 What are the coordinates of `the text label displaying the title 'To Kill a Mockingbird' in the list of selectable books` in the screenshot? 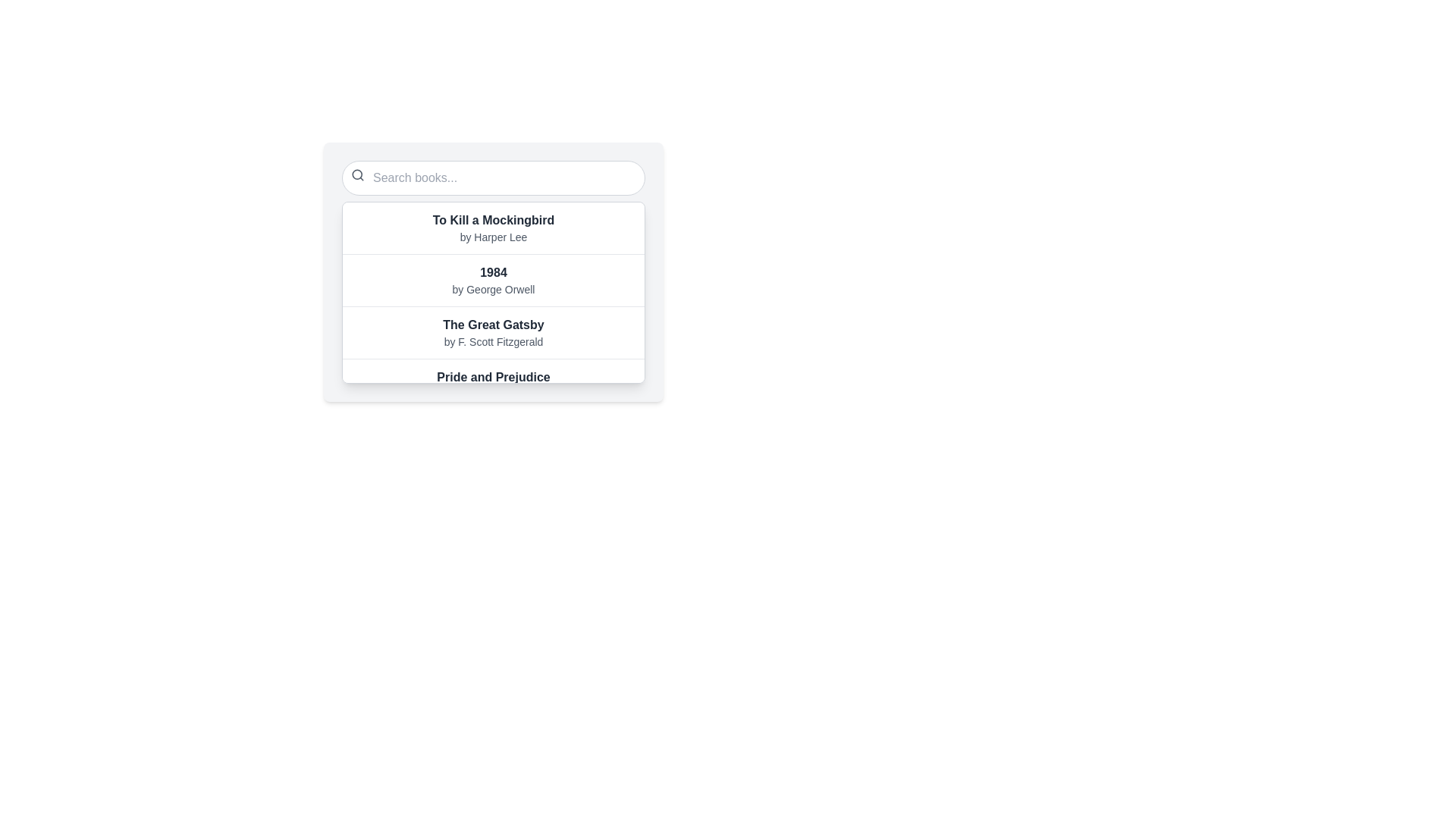 It's located at (494, 220).